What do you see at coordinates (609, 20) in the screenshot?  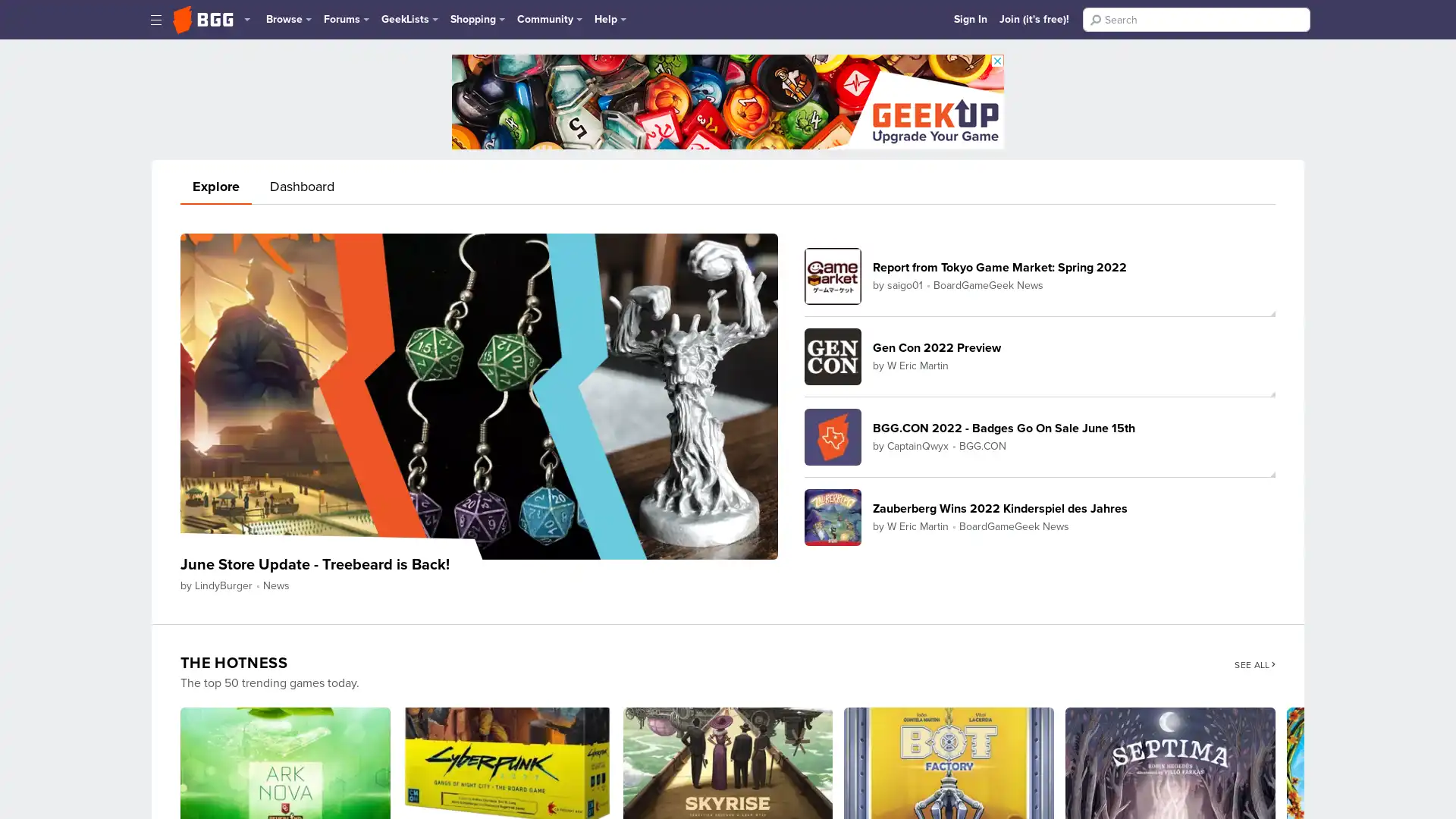 I see `Help` at bounding box center [609, 20].